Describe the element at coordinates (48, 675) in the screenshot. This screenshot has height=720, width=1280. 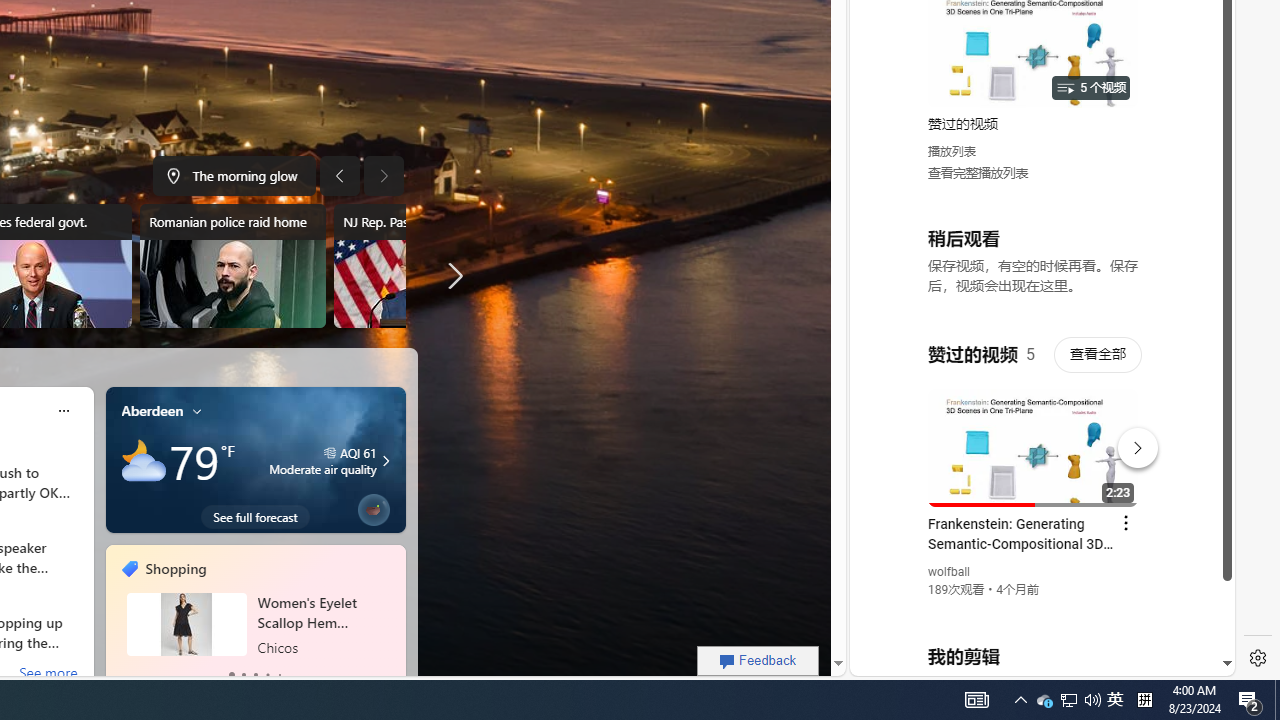
I see `'See more'` at that location.